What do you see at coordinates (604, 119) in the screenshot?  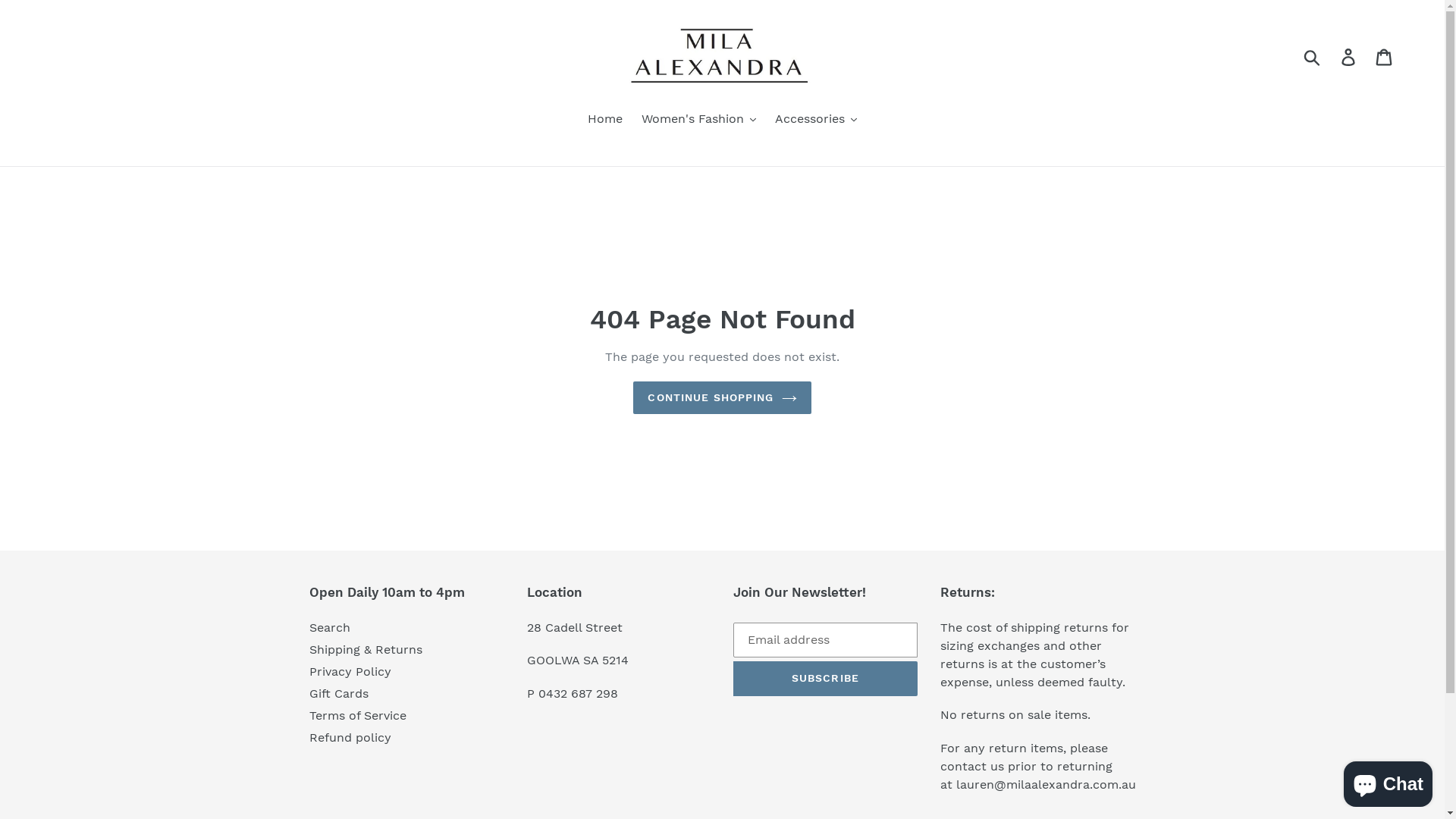 I see `'Home'` at bounding box center [604, 119].